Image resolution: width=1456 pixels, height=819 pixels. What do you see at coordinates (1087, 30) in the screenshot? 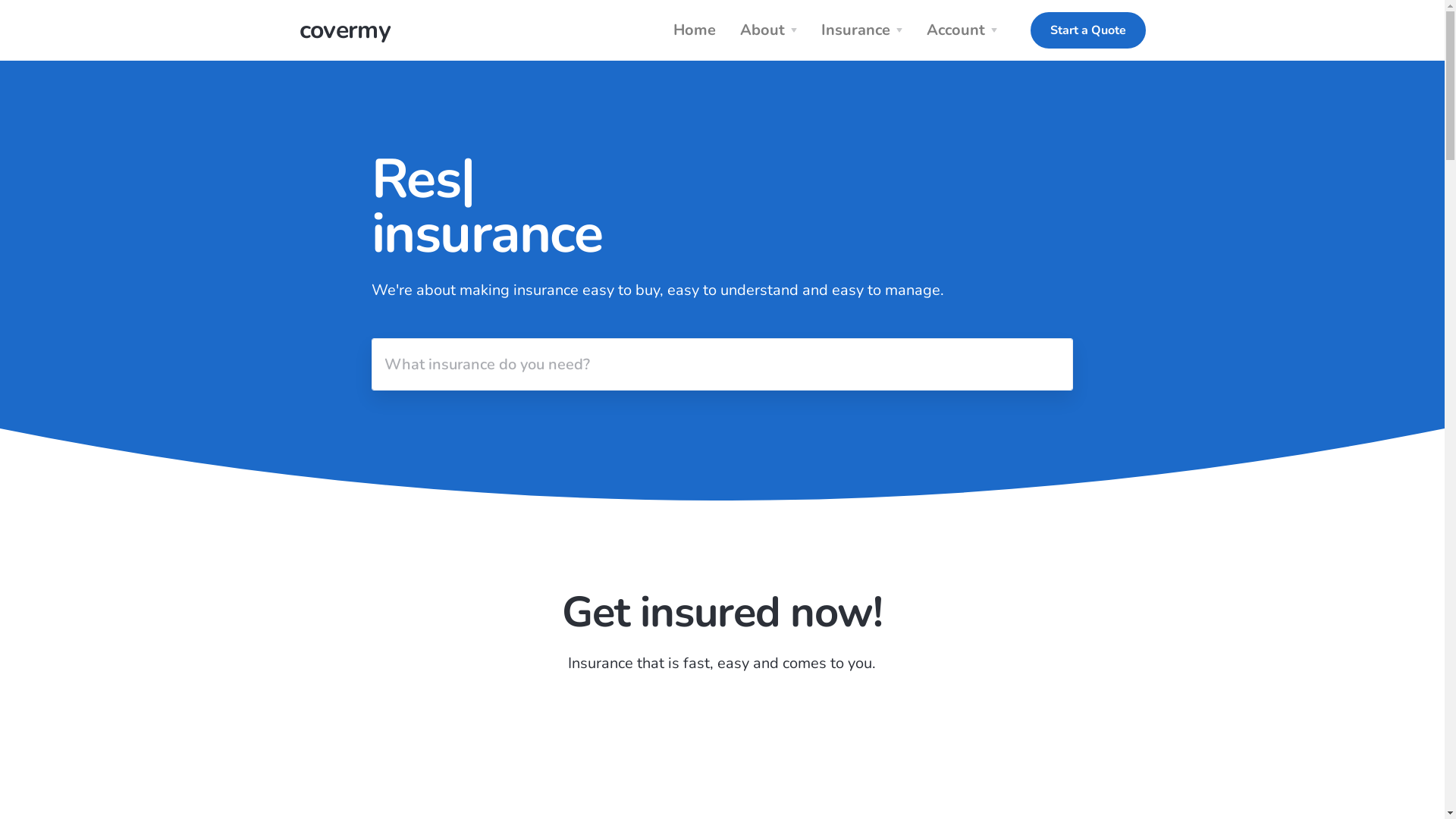
I see `'Start a Quote'` at bounding box center [1087, 30].